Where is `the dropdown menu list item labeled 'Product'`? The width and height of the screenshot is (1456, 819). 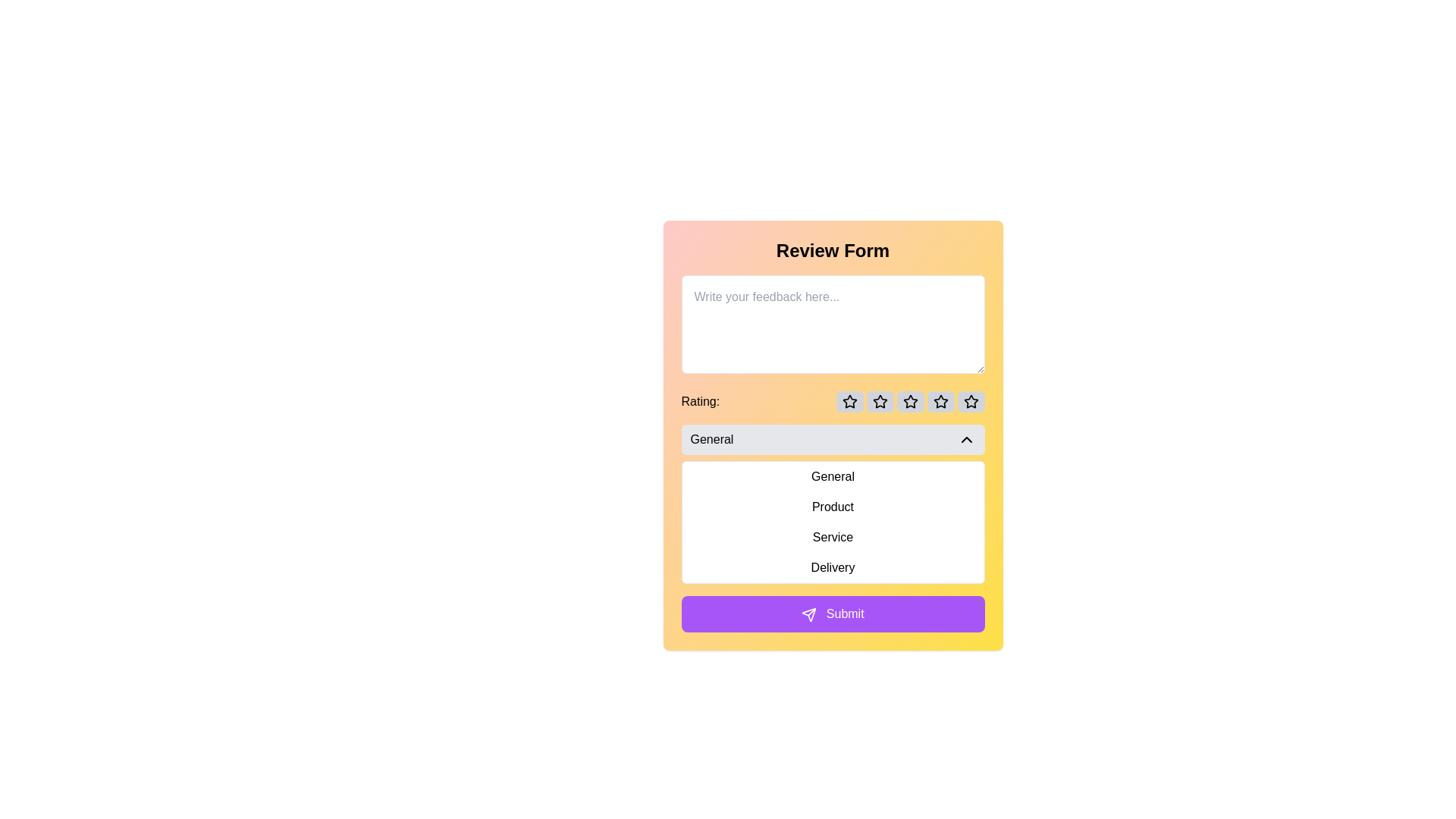 the dropdown menu list item labeled 'Product' is located at coordinates (832, 504).